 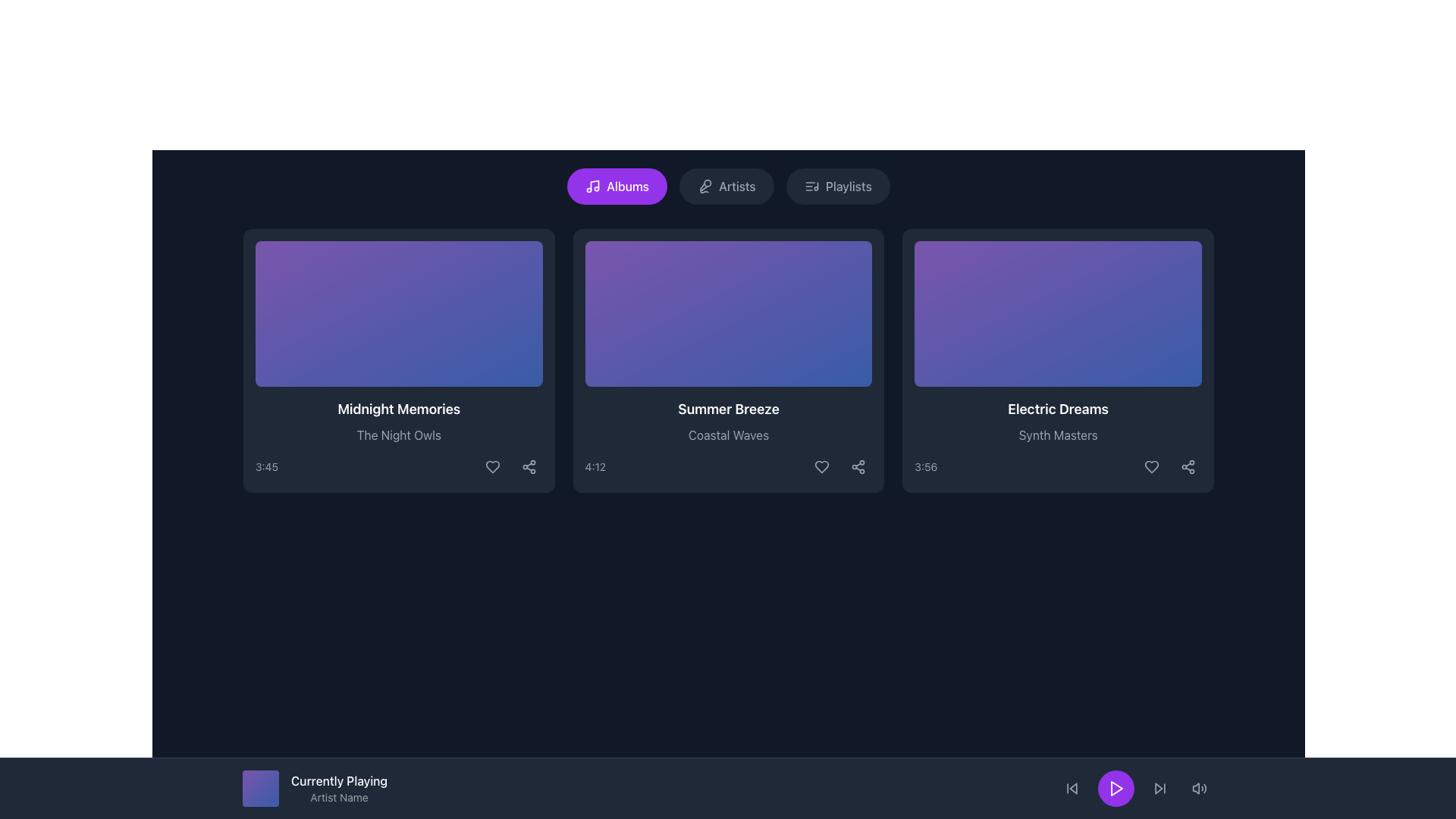 I want to click on the heart-shaped icon button located in the bottom right corner of the 'Electric Dreams' card, so click(x=1151, y=466).